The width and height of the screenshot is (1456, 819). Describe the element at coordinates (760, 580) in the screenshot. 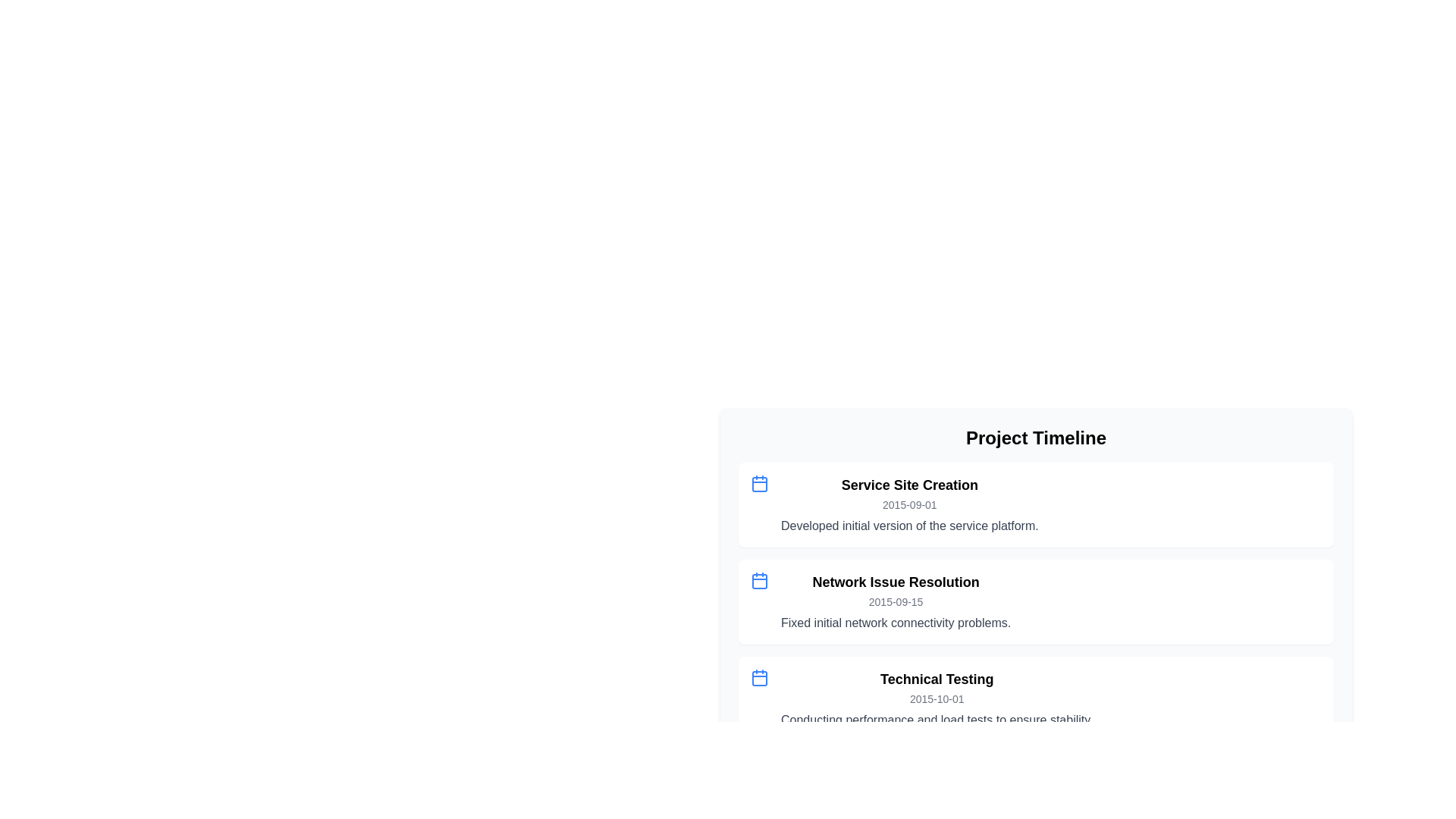

I see `the small blue calendar icon located at the top left of the 'Network Issue Resolution' card` at that location.